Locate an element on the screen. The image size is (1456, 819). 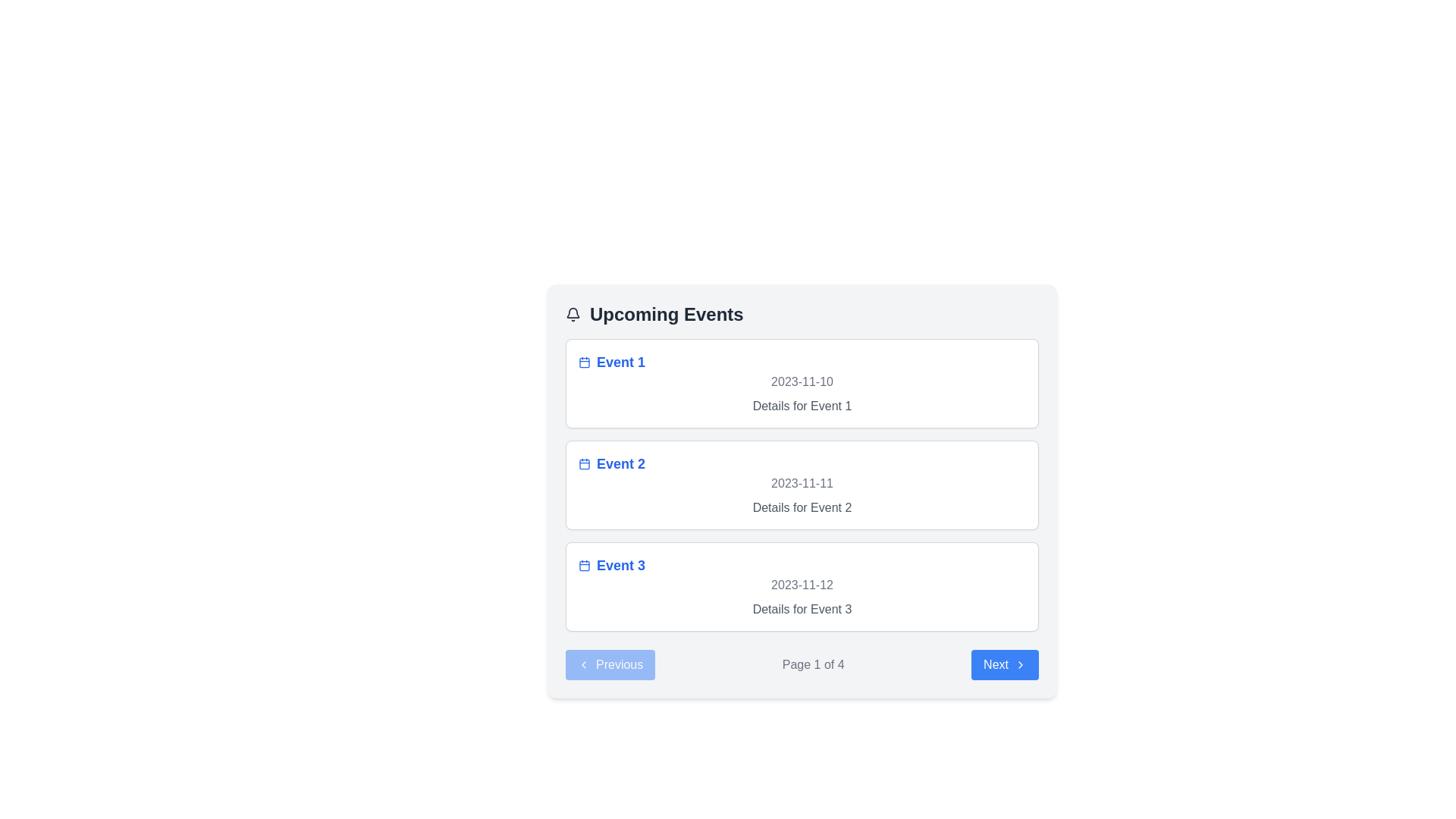
text displayed as 'Details for Event 3' which is styled in light gray and located at the bottom of the 'Event 3' card is located at coordinates (801, 608).